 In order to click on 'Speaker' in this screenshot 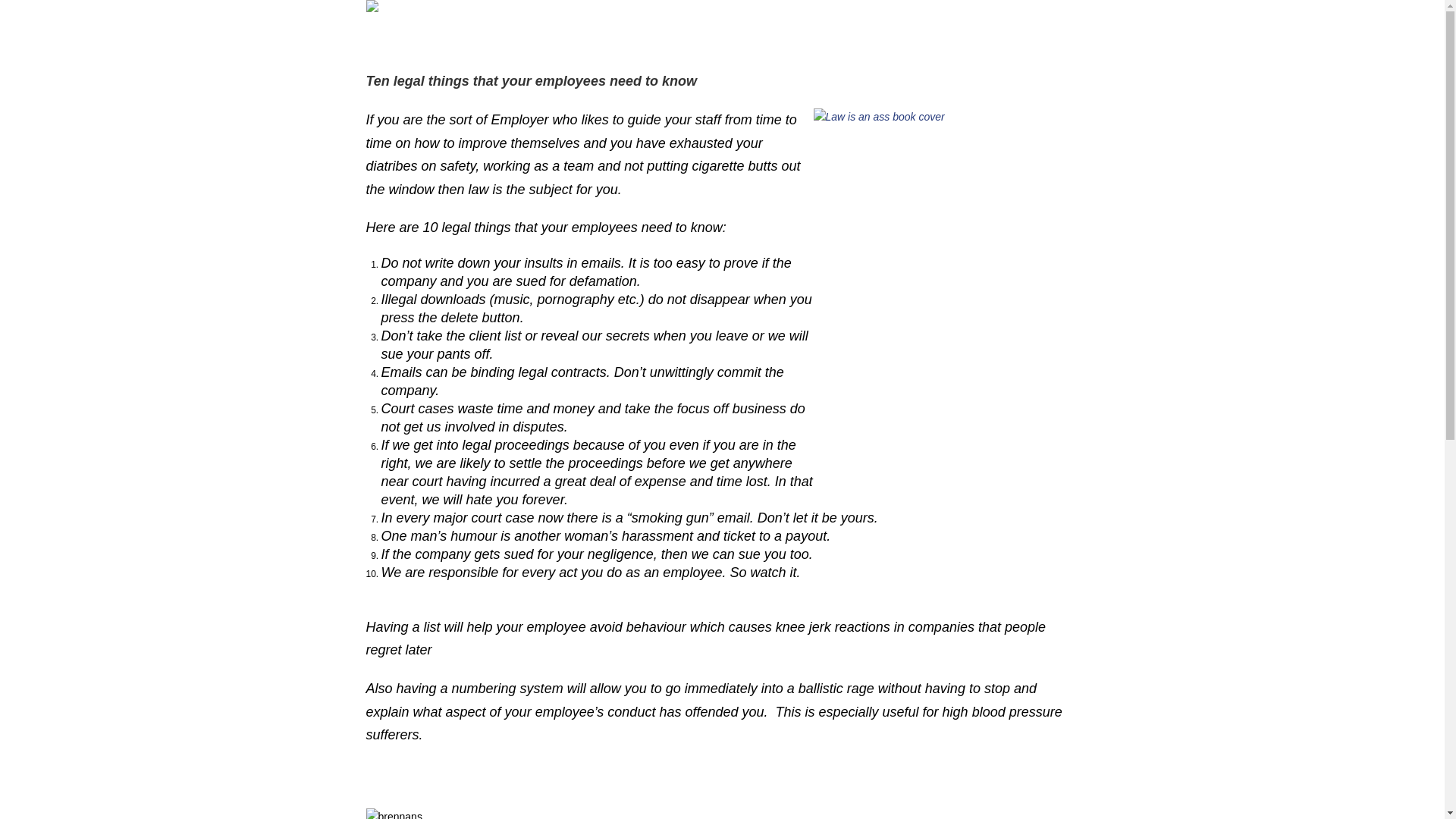, I will do `click(530, 32)`.